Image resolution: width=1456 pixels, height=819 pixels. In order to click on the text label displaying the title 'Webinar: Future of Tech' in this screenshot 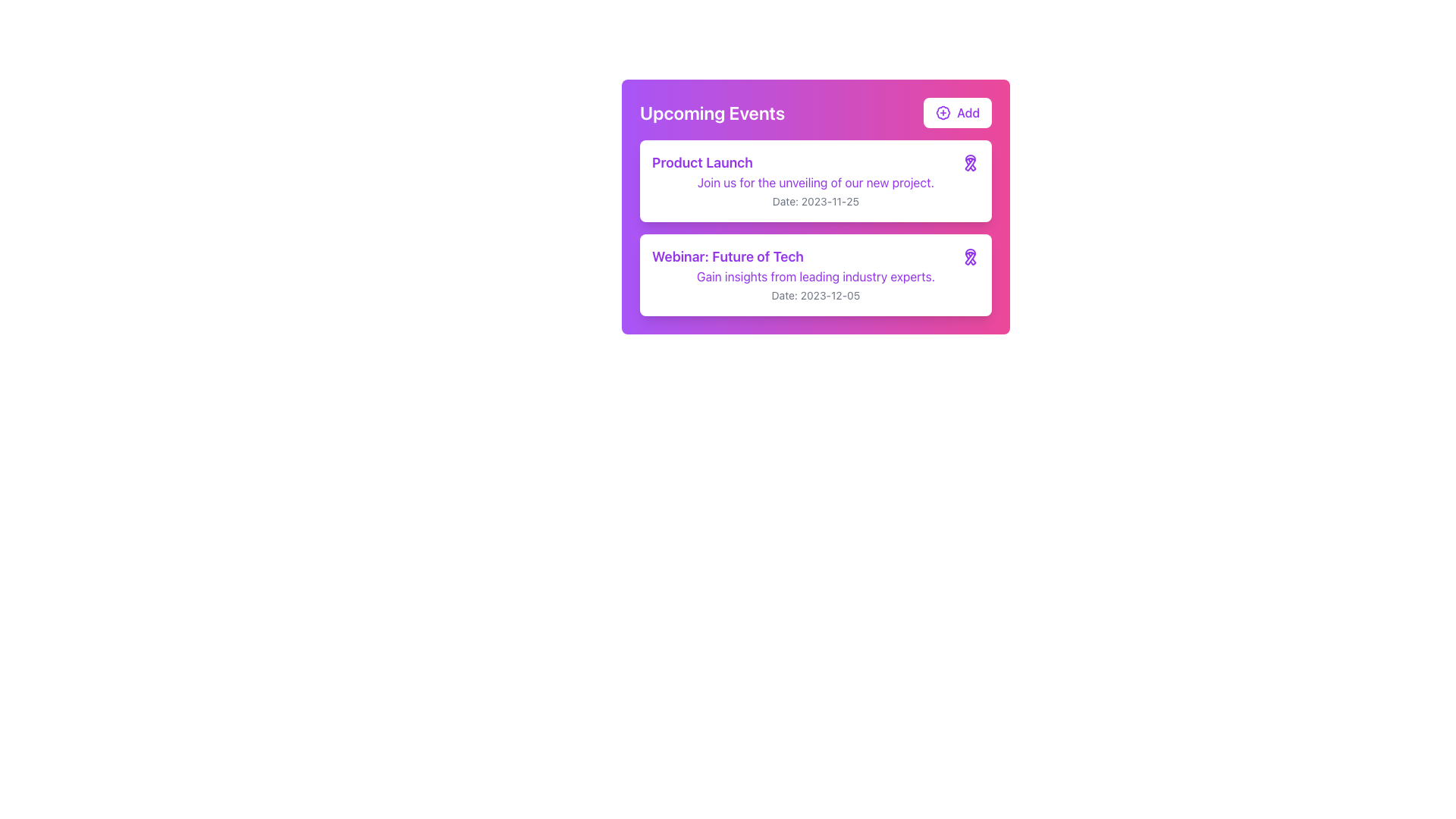, I will do `click(728, 256)`.